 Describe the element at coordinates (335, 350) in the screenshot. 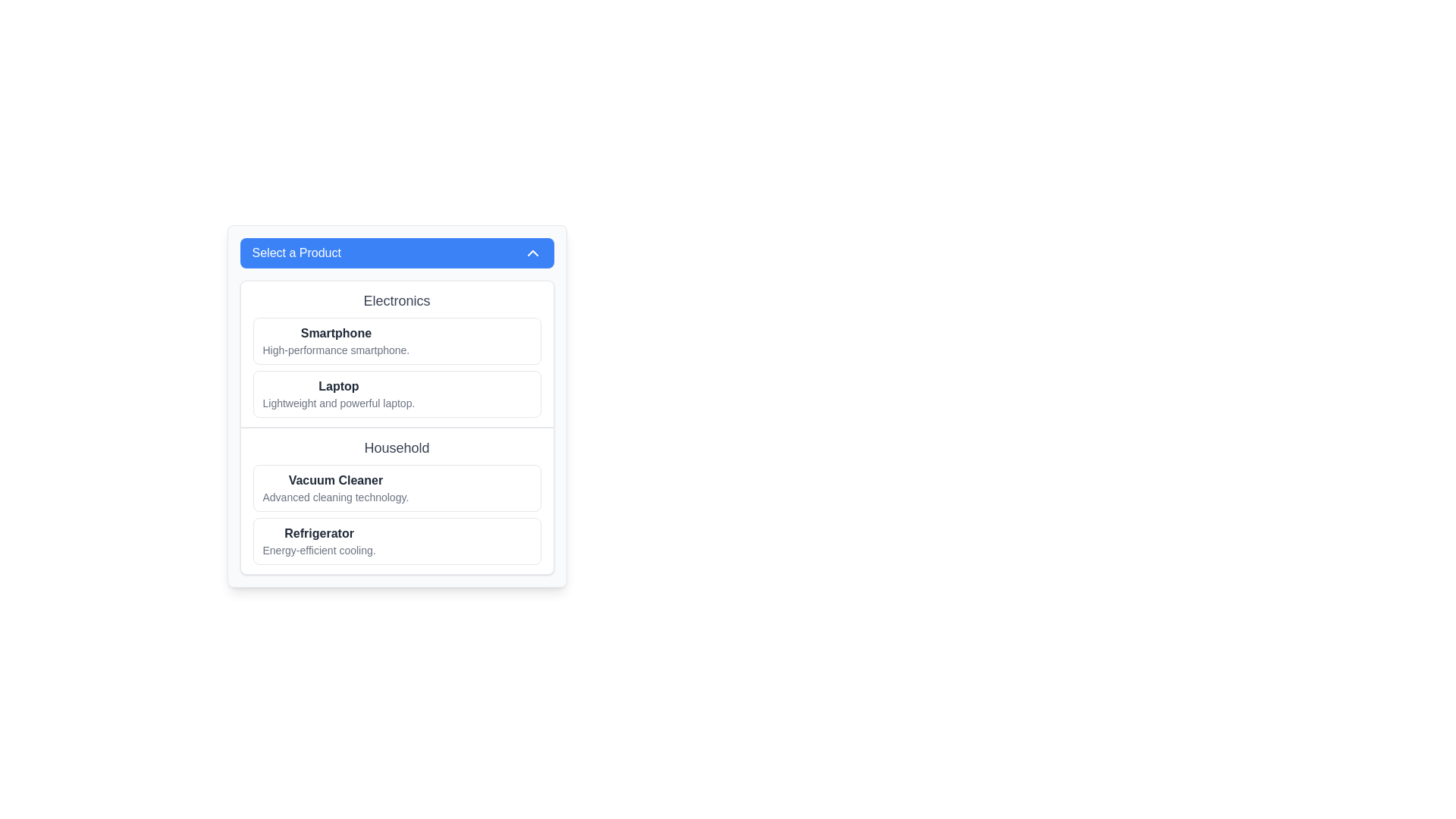

I see `the text label that reads 'High-performance smartphone.' located beneath the bold text 'Smartphone' in the 'Electronics' section of the selection panel` at that location.